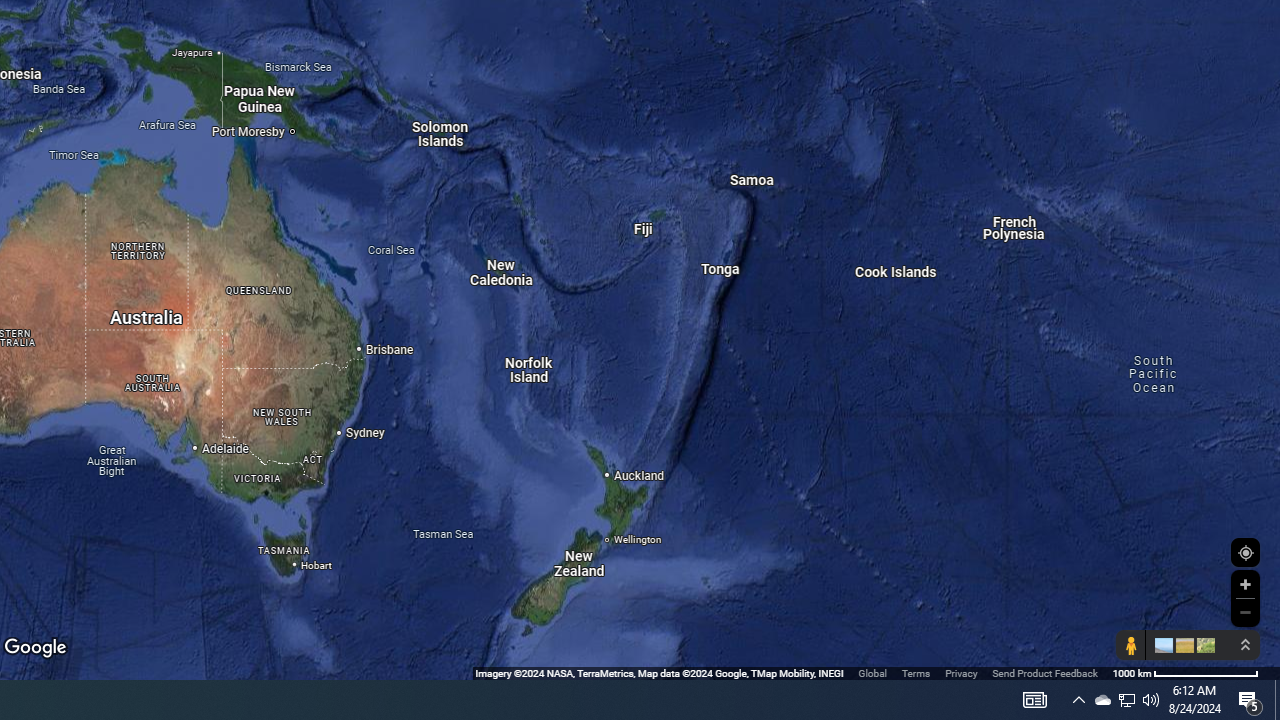 This screenshot has height=720, width=1280. Describe the element at coordinates (961, 673) in the screenshot. I see `'Privacy'` at that location.